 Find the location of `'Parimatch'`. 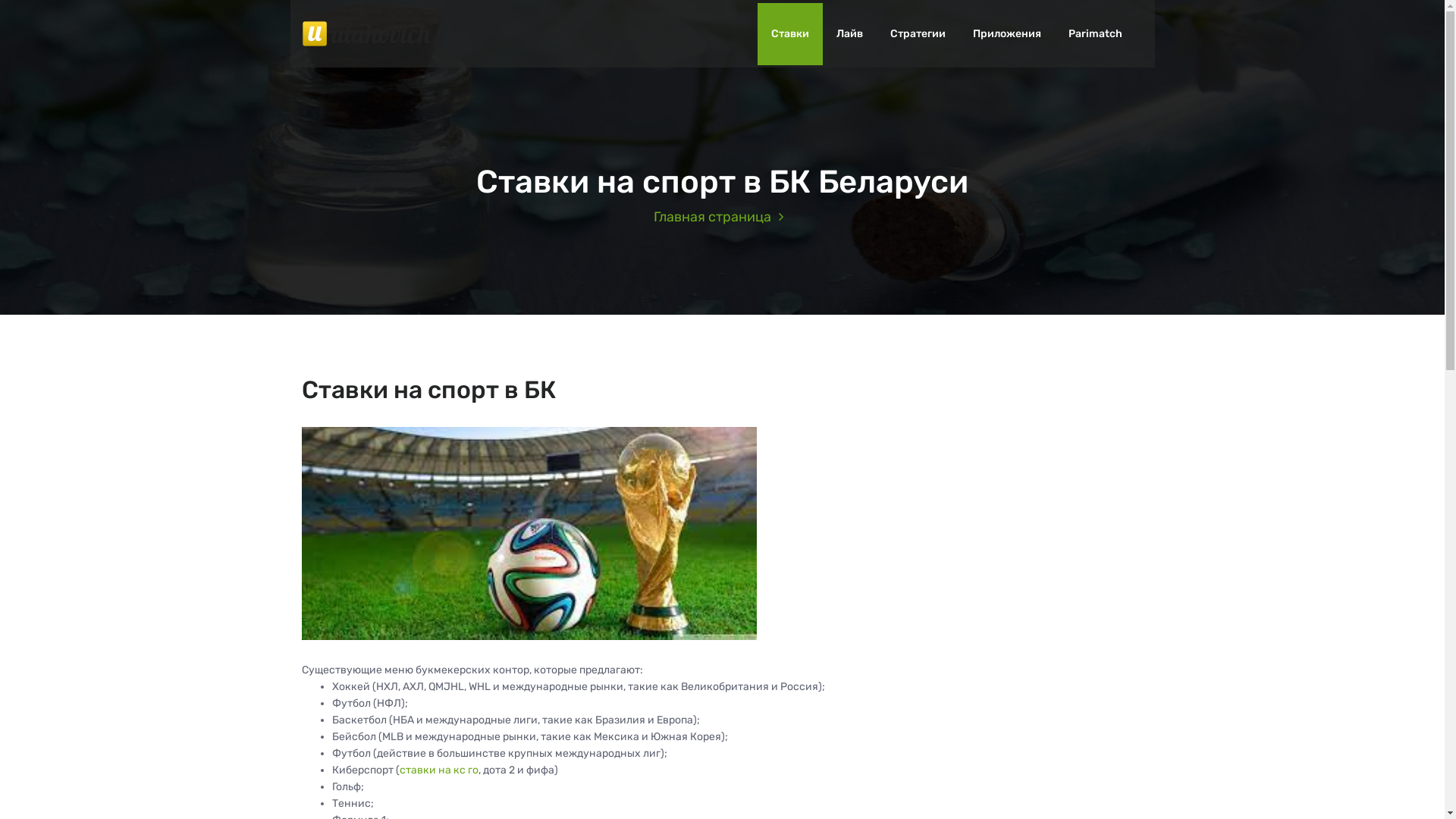

'Parimatch' is located at coordinates (1094, 34).